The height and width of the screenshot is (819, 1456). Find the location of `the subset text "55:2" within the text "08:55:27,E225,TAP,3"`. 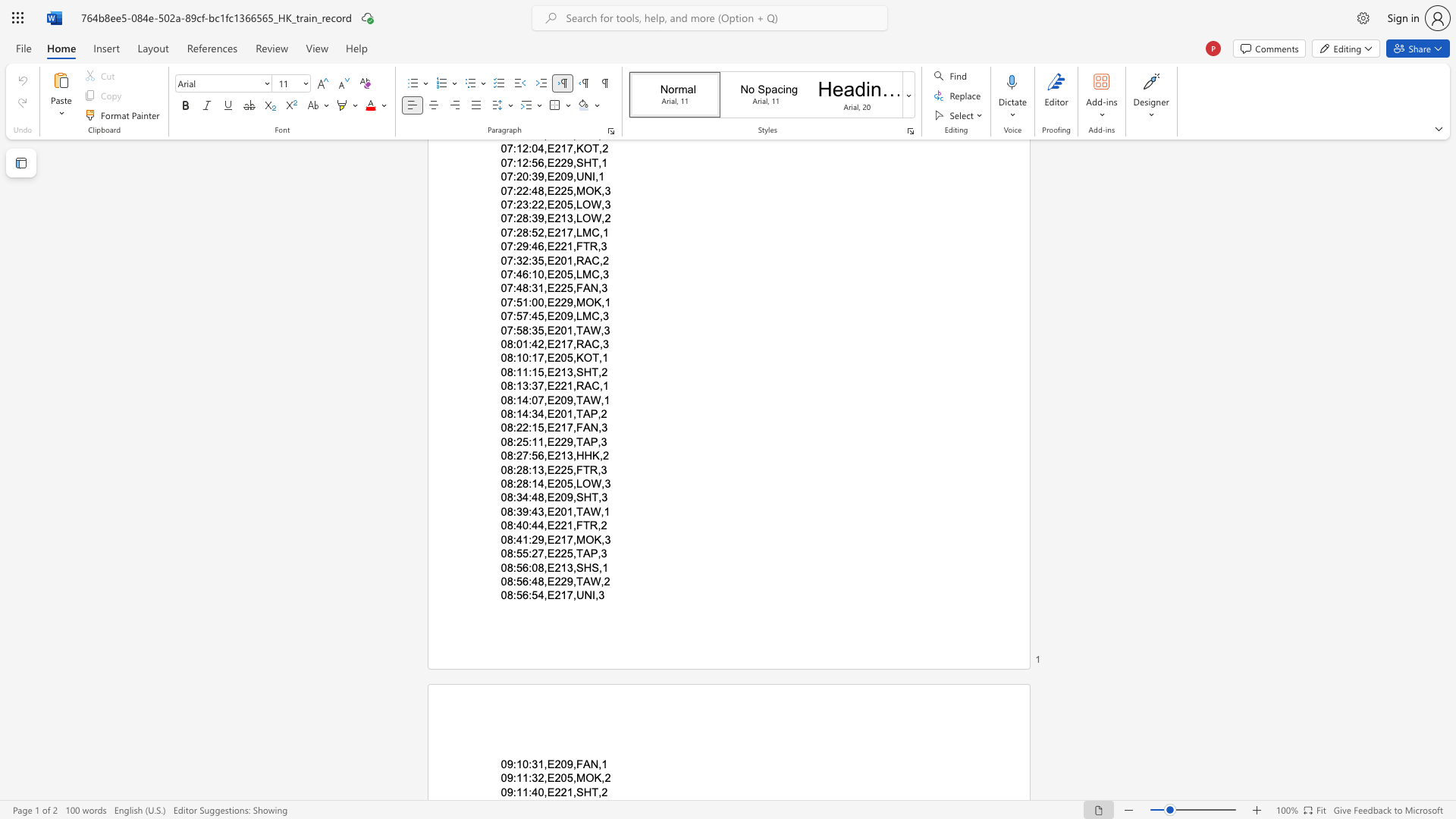

the subset text "55:2" within the text "08:55:27,E225,TAP,3" is located at coordinates (516, 554).